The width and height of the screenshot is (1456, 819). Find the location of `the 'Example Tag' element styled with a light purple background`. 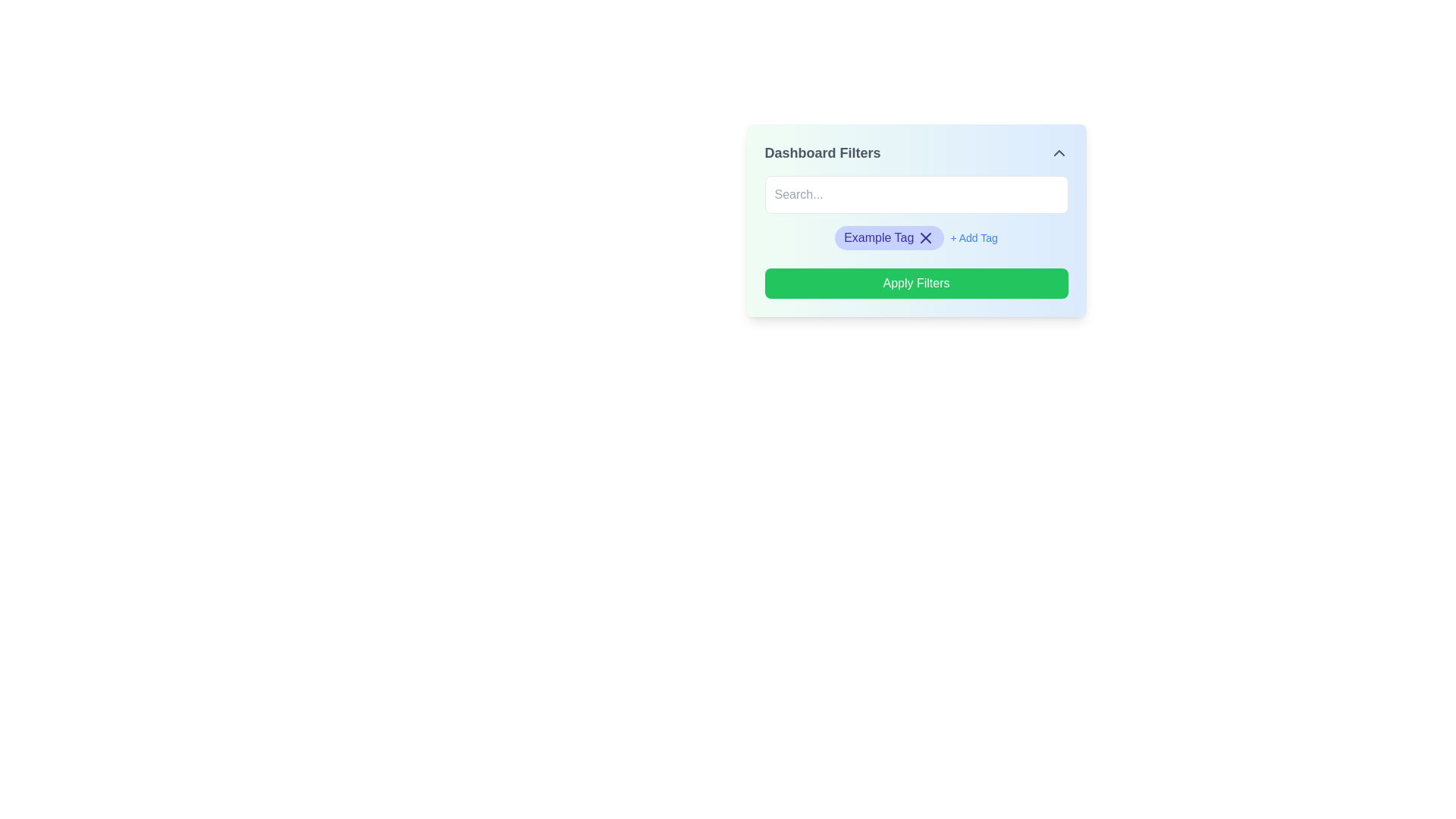

the 'Example Tag' element styled with a light purple background is located at coordinates (915, 240).